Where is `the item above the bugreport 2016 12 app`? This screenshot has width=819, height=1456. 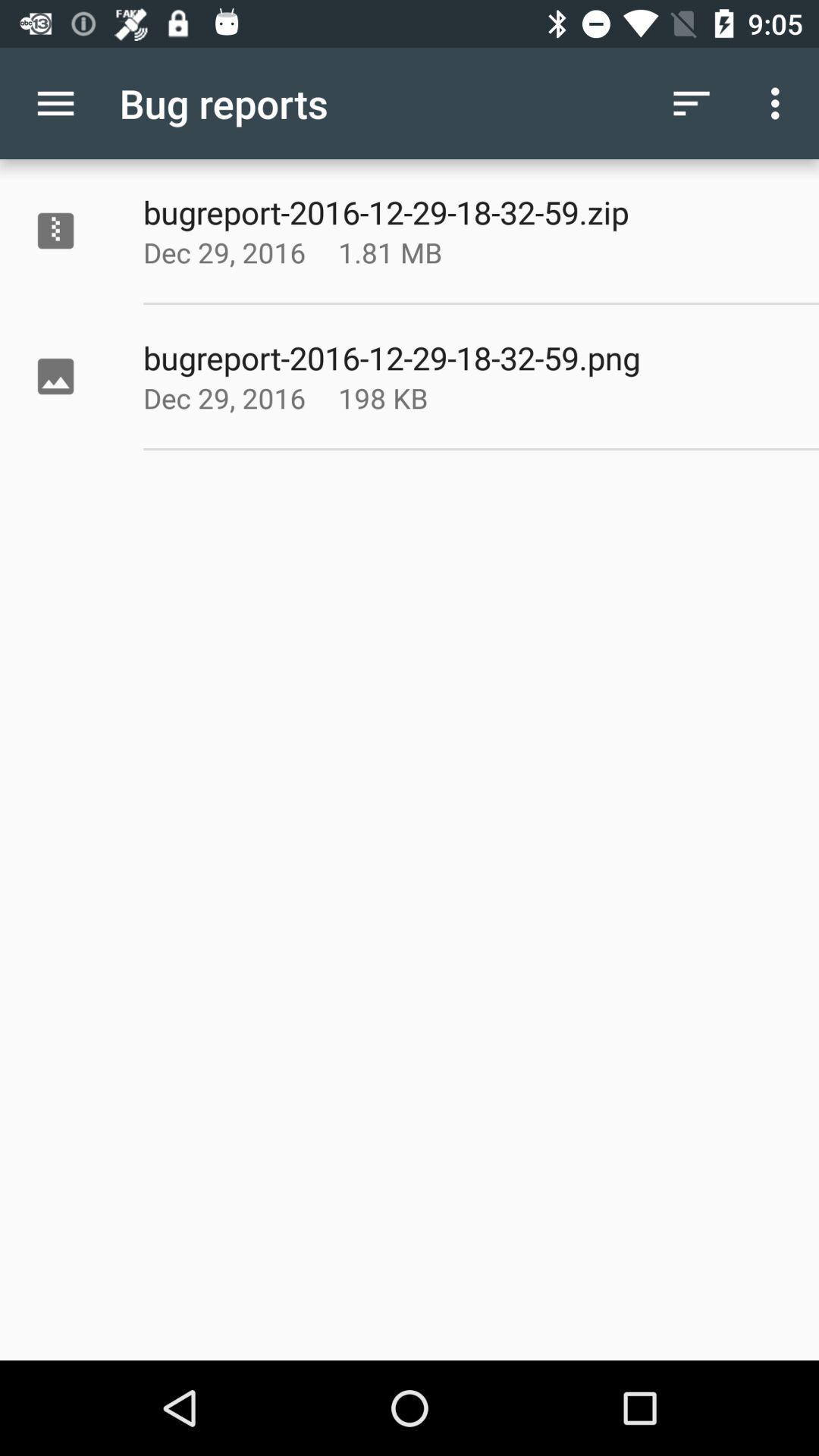 the item above the bugreport 2016 12 app is located at coordinates (428, 252).